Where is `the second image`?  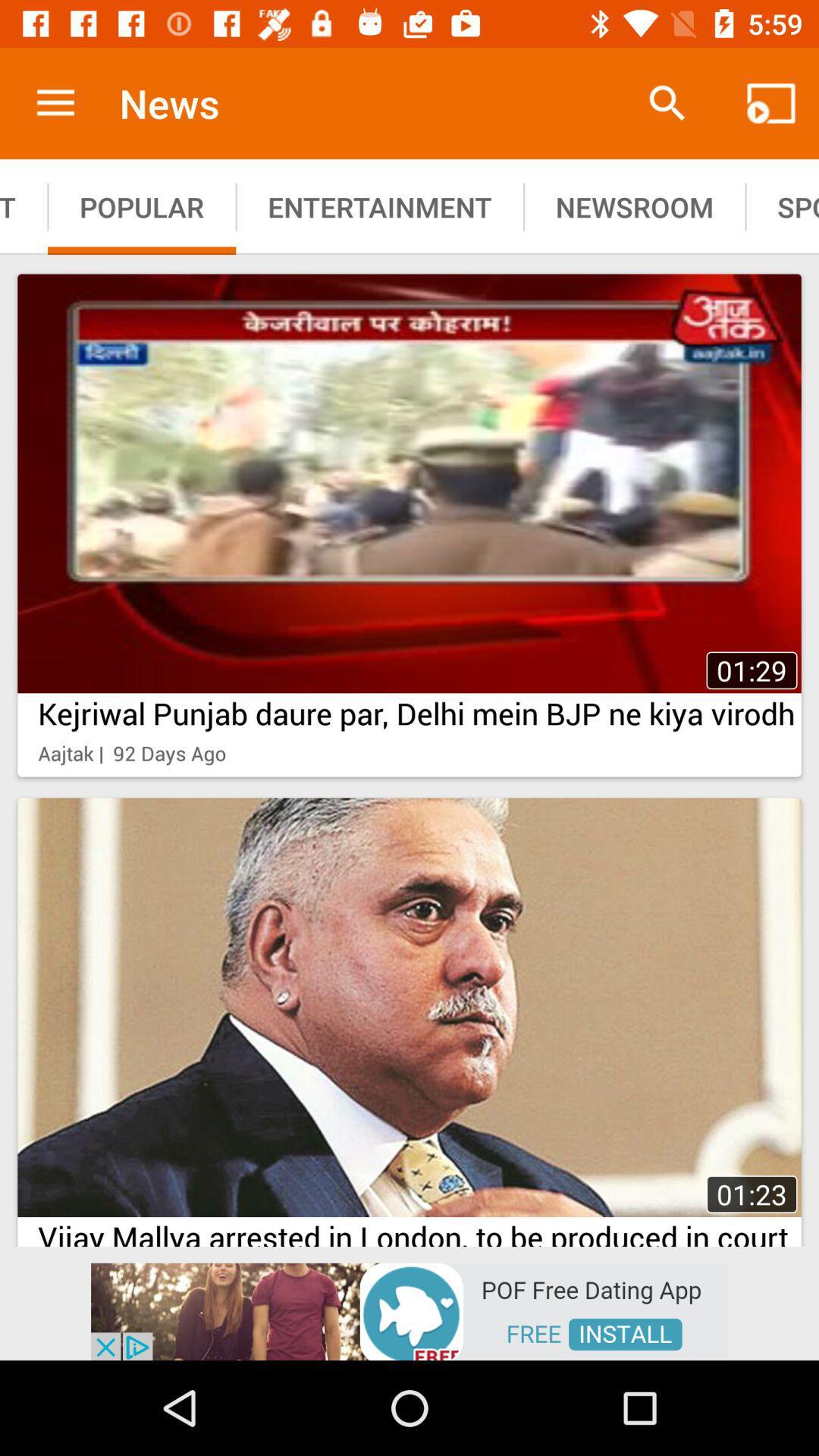
the second image is located at coordinates (409, 1018).